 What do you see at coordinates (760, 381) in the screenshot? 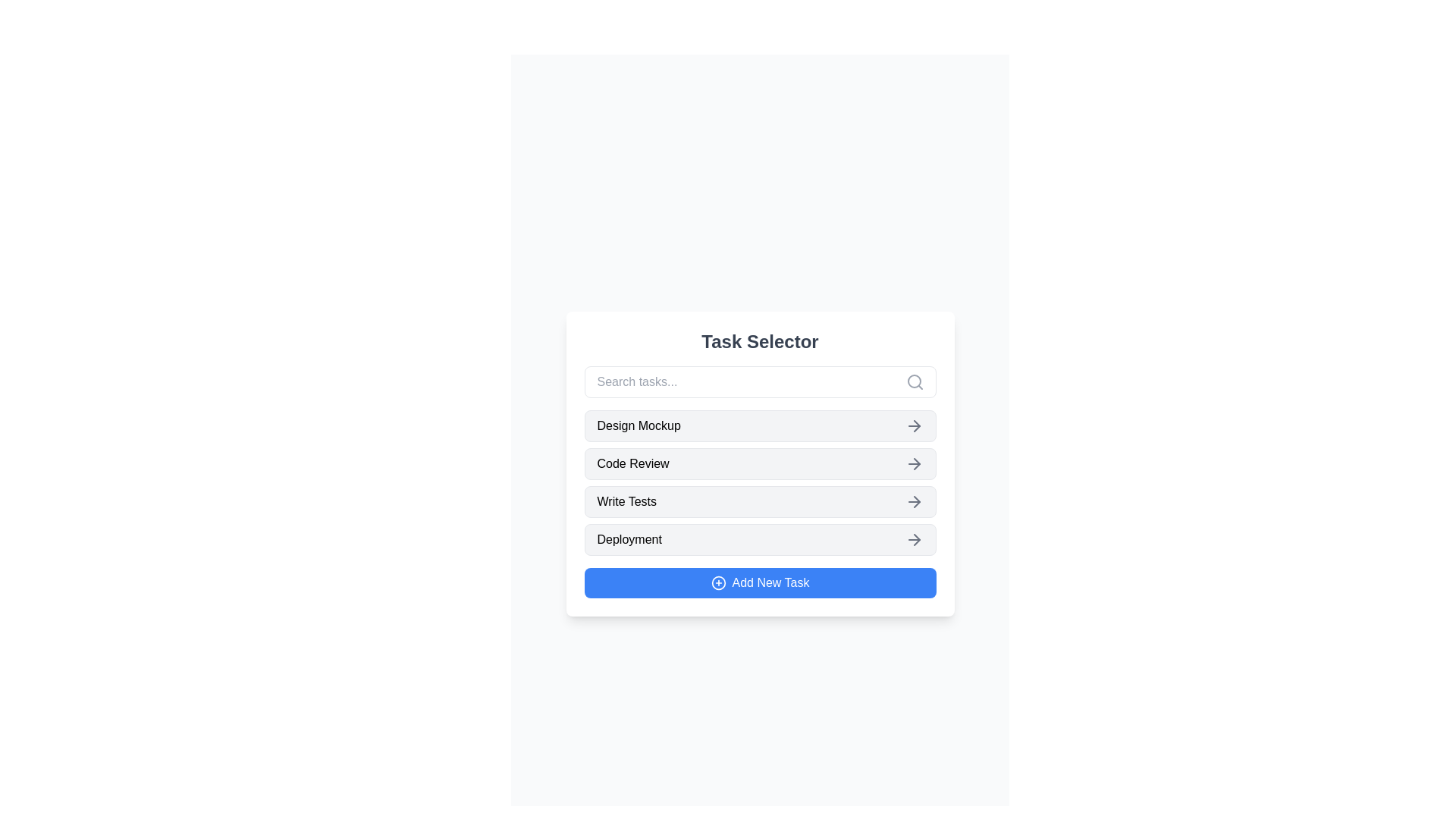
I see `all text in the text input field with the placeholder 'Search tasks...' in the 'Task Selector' modal and press delete to clear it` at bounding box center [760, 381].